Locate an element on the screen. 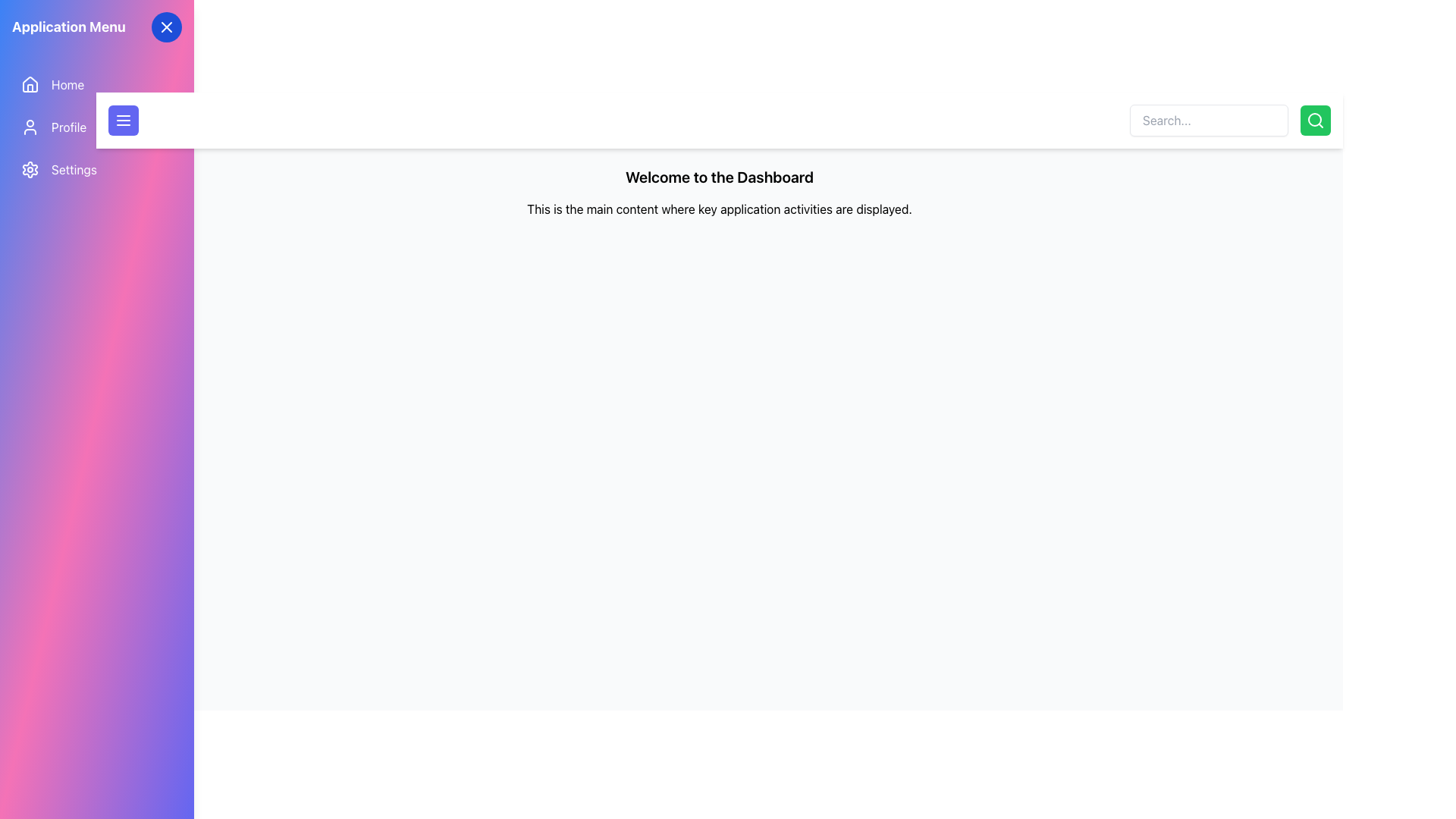  the house-shaped icon in the sidebar menu, located next to the 'Home' text label is located at coordinates (30, 84).